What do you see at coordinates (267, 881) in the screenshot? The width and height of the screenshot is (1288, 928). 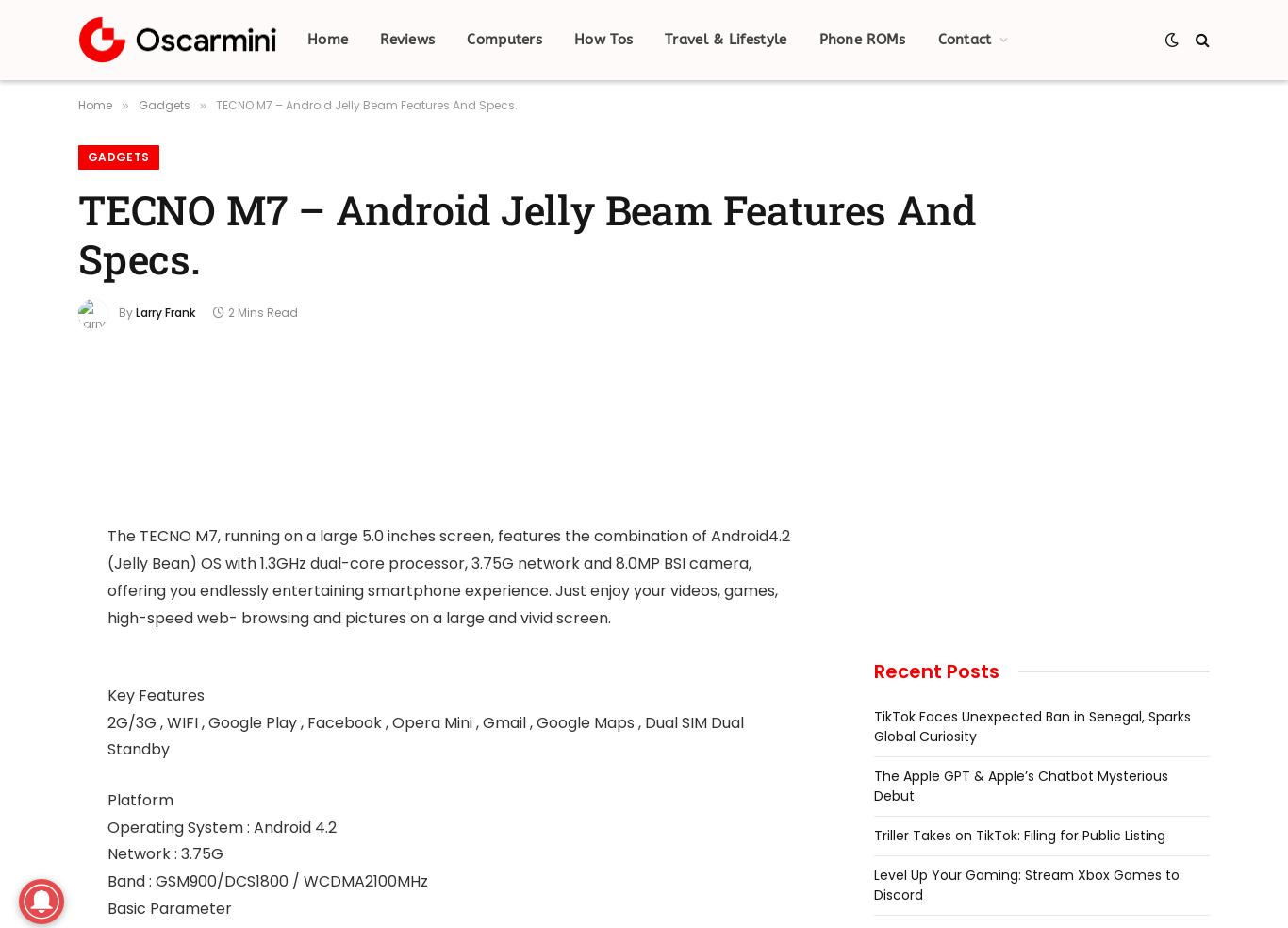 I see `'Band : GSM900/DCS1800 / WCDMA2100MHz'` at bounding box center [267, 881].